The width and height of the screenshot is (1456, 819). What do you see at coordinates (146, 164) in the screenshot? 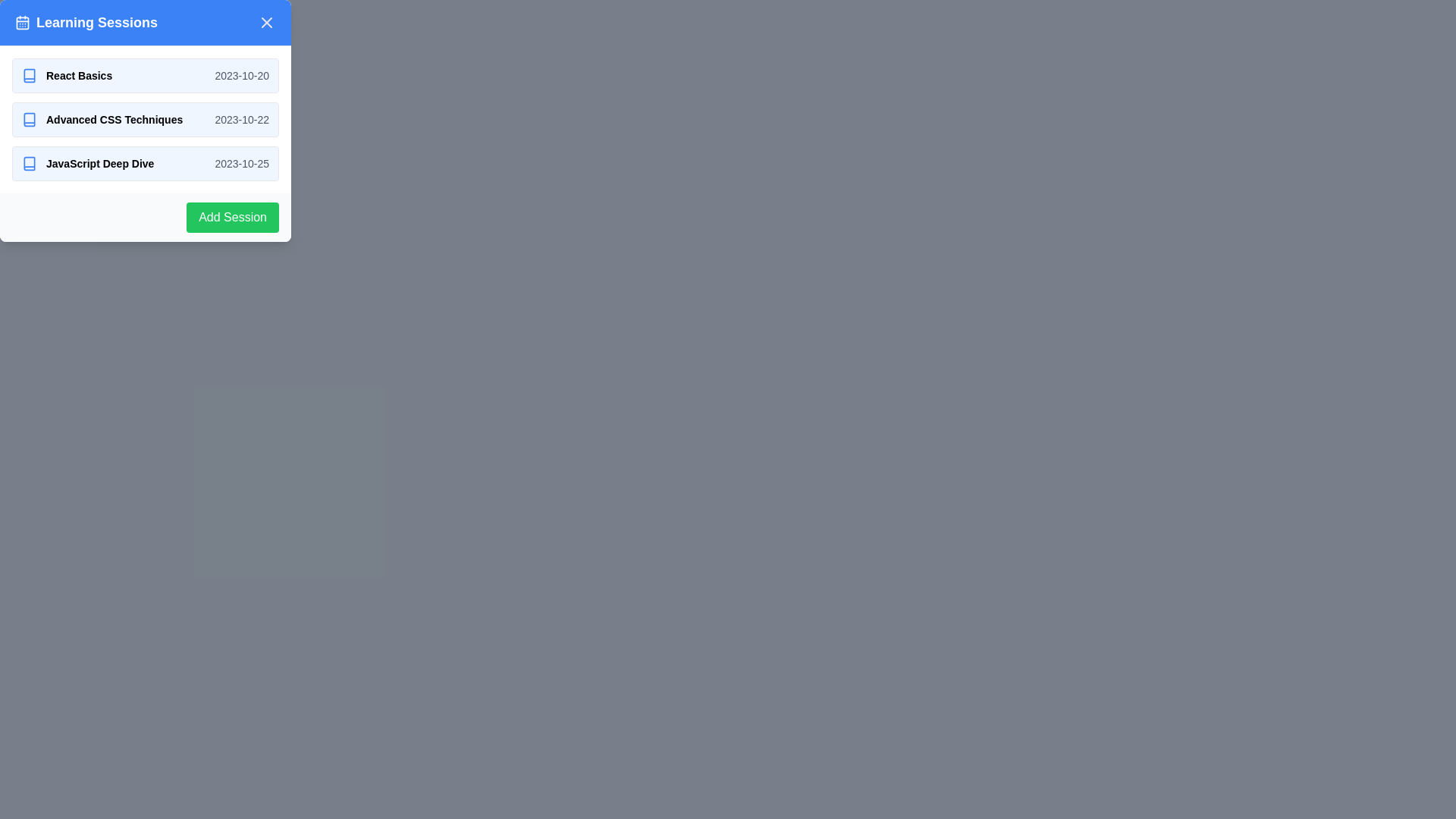
I see `on the list item displaying the session titled 'JavaScript Deep Dive'` at bounding box center [146, 164].